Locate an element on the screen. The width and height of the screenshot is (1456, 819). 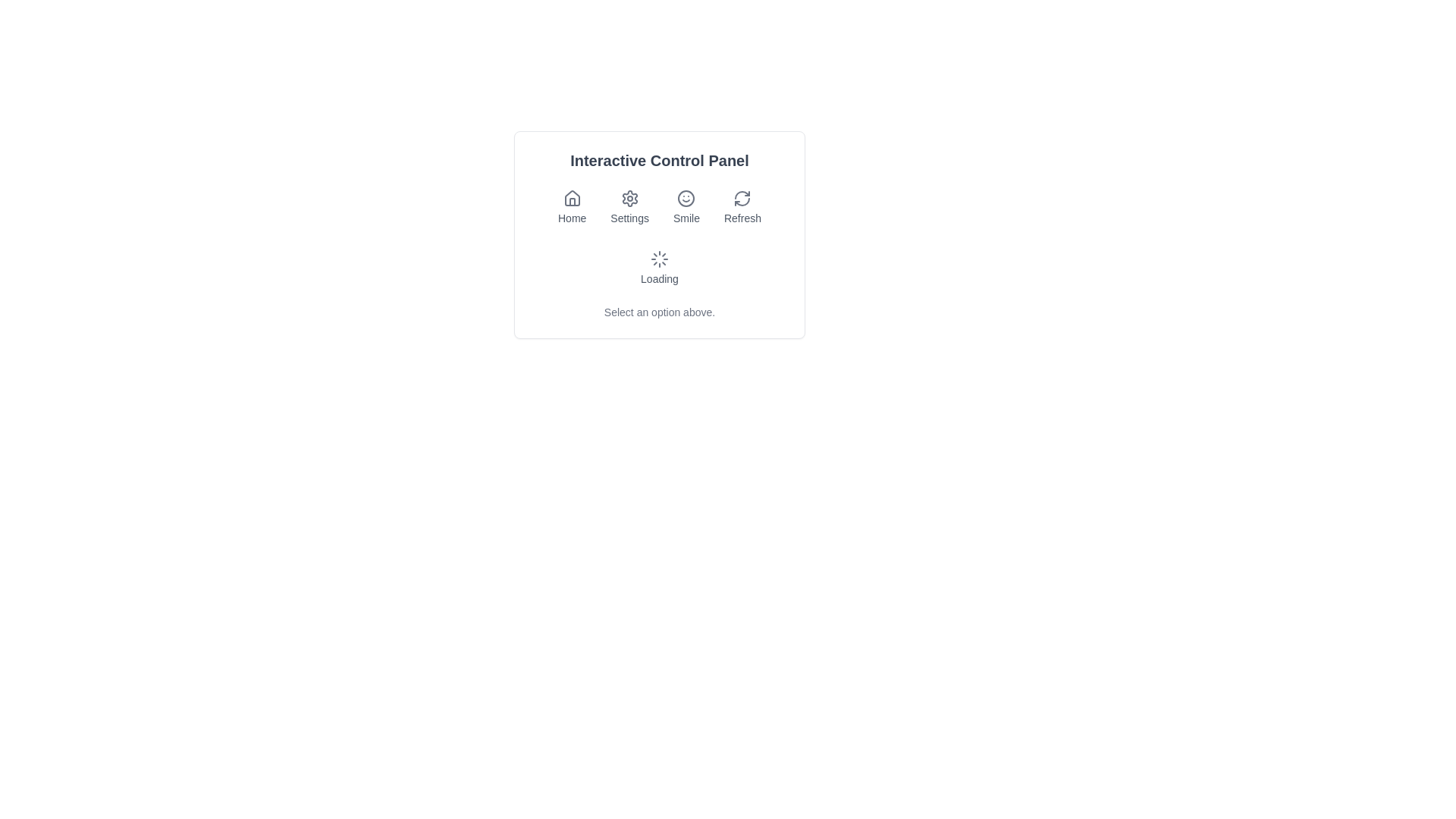
the 'Refresh' button, which features circular arrows and is the fourth element in the Interactive Control Panel is located at coordinates (742, 207).